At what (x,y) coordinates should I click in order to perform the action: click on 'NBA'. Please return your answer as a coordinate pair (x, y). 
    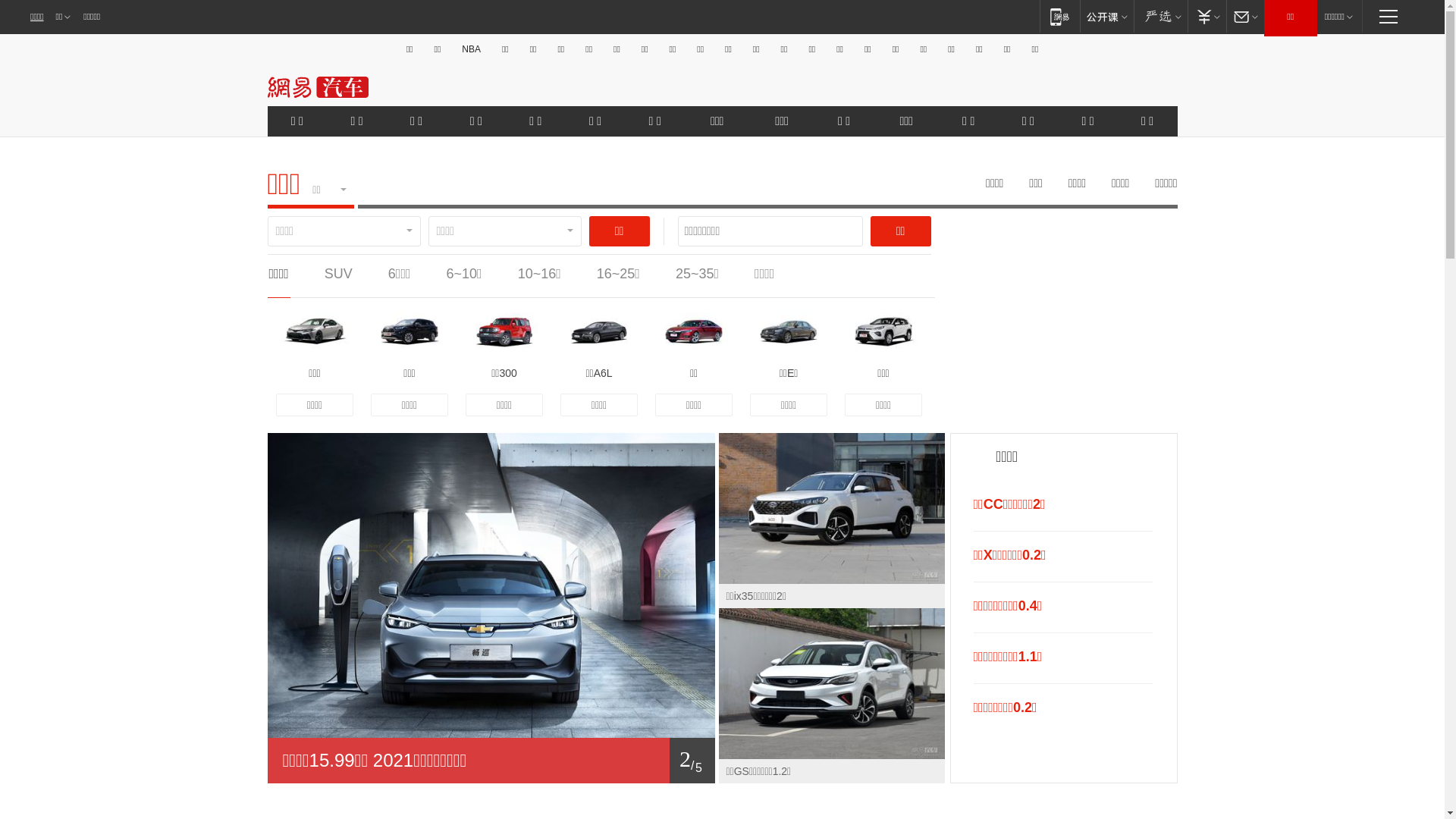
    Looking at the image, I should click on (470, 49).